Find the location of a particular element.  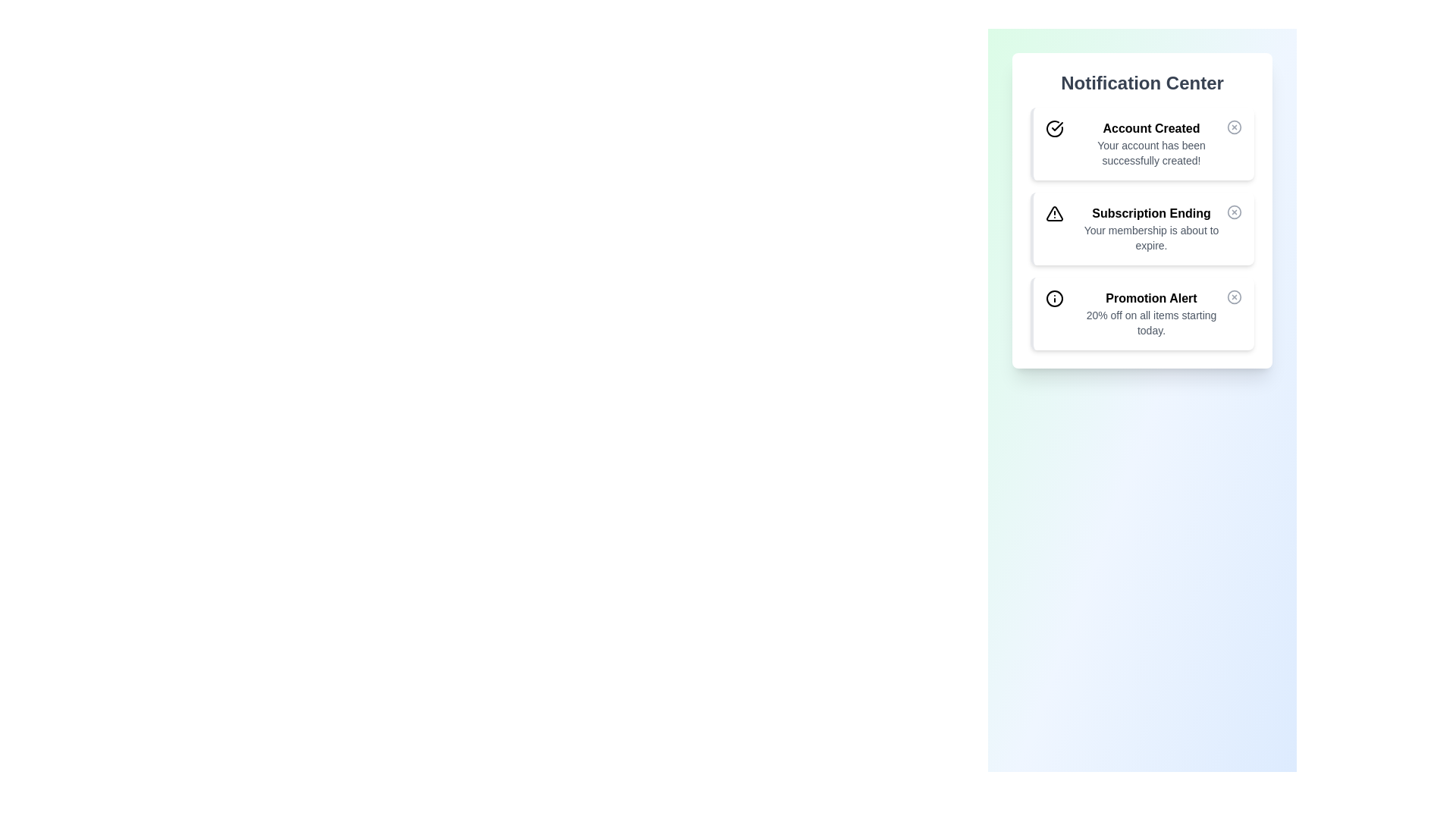

the green circular success icon with a checkmark located to the left of the 'Account Created' text in the notification card is located at coordinates (1054, 127).